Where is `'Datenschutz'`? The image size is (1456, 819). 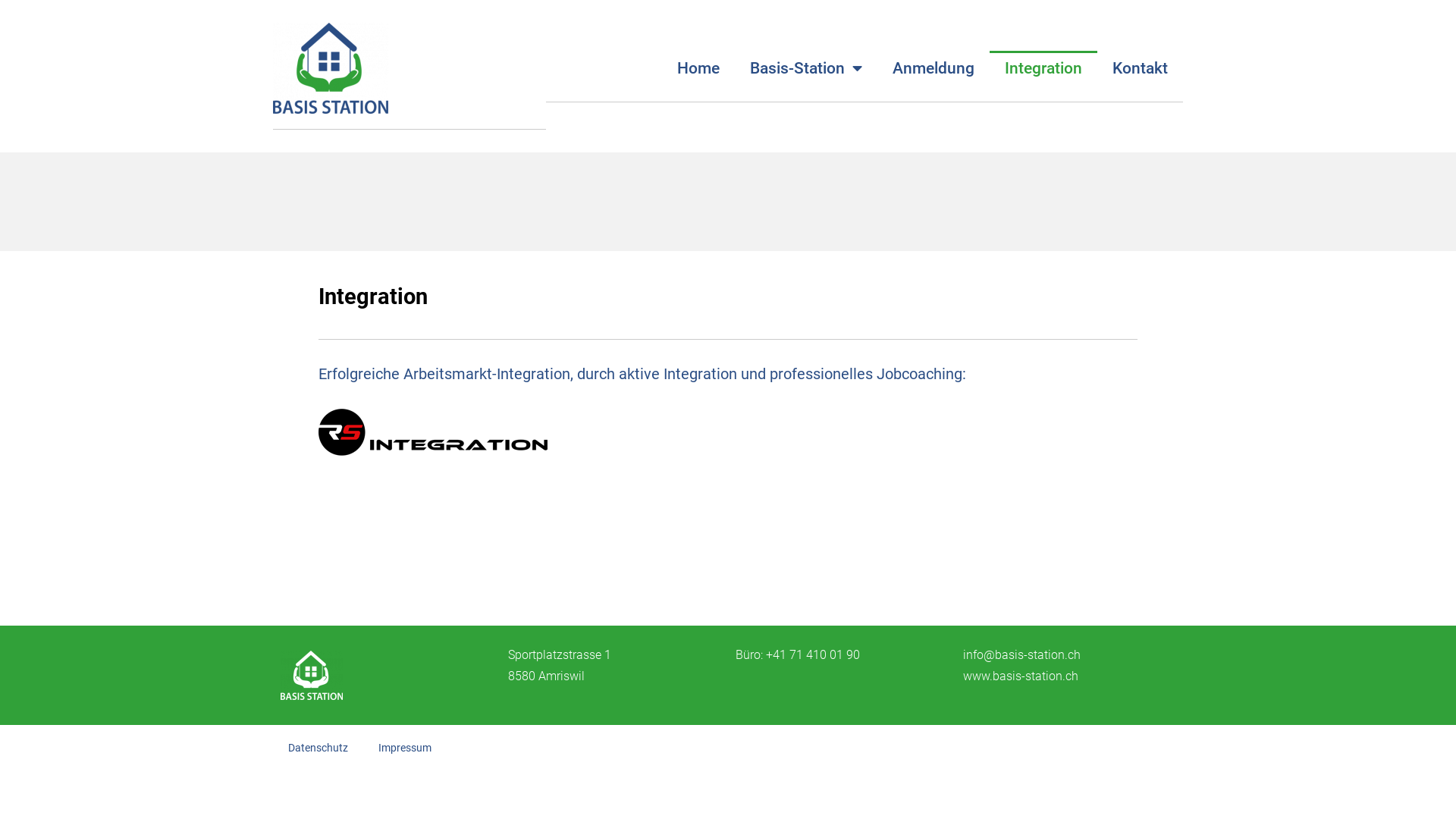 'Datenschutz' is located at coordinates (317, 747).